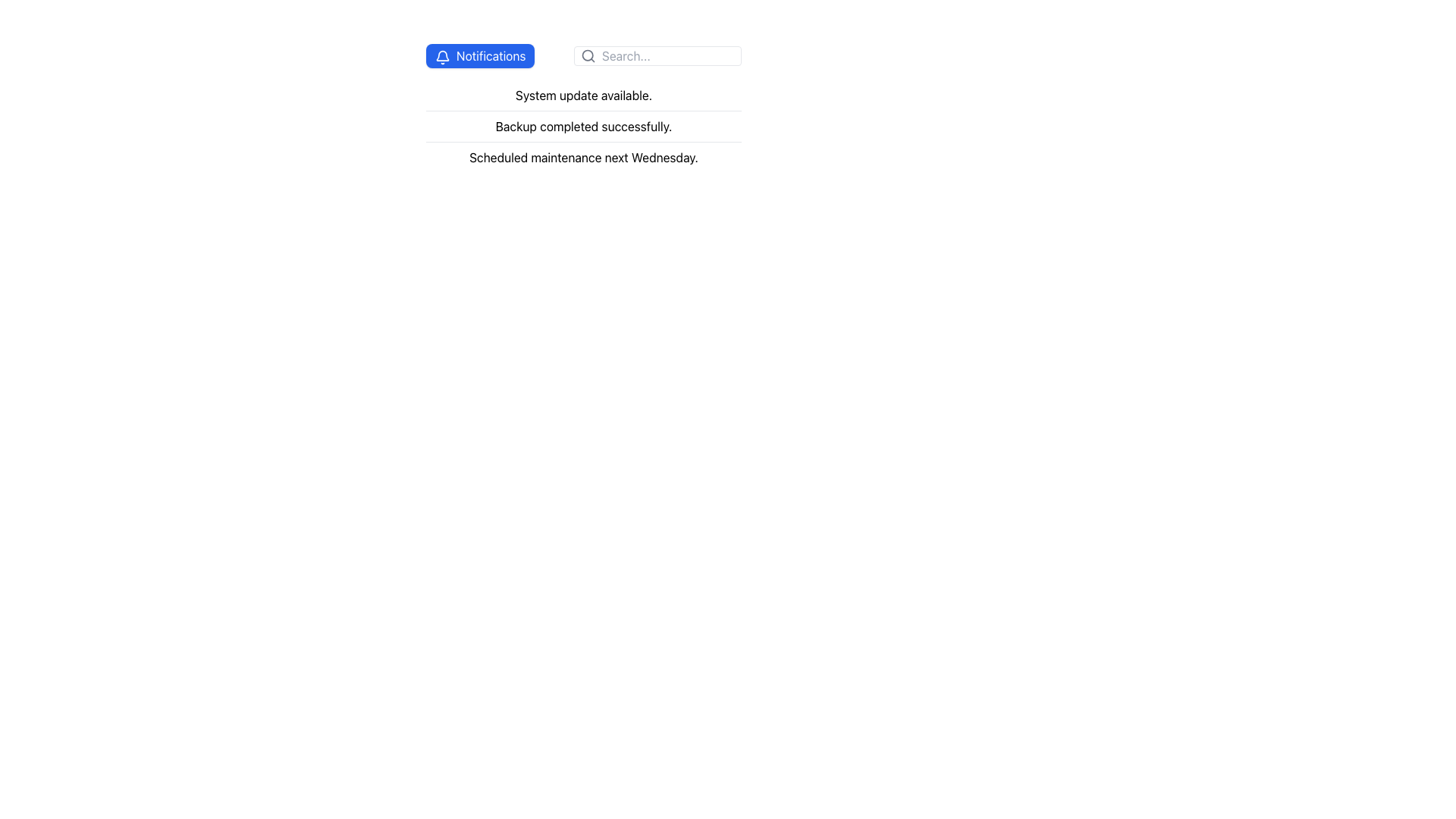  Describe the element at coordinates (588, 55) in the screenshot. I see `the magnifying glass icon located to the left of the 'Search...' text input field in the top-middle section of the interface` at that location.